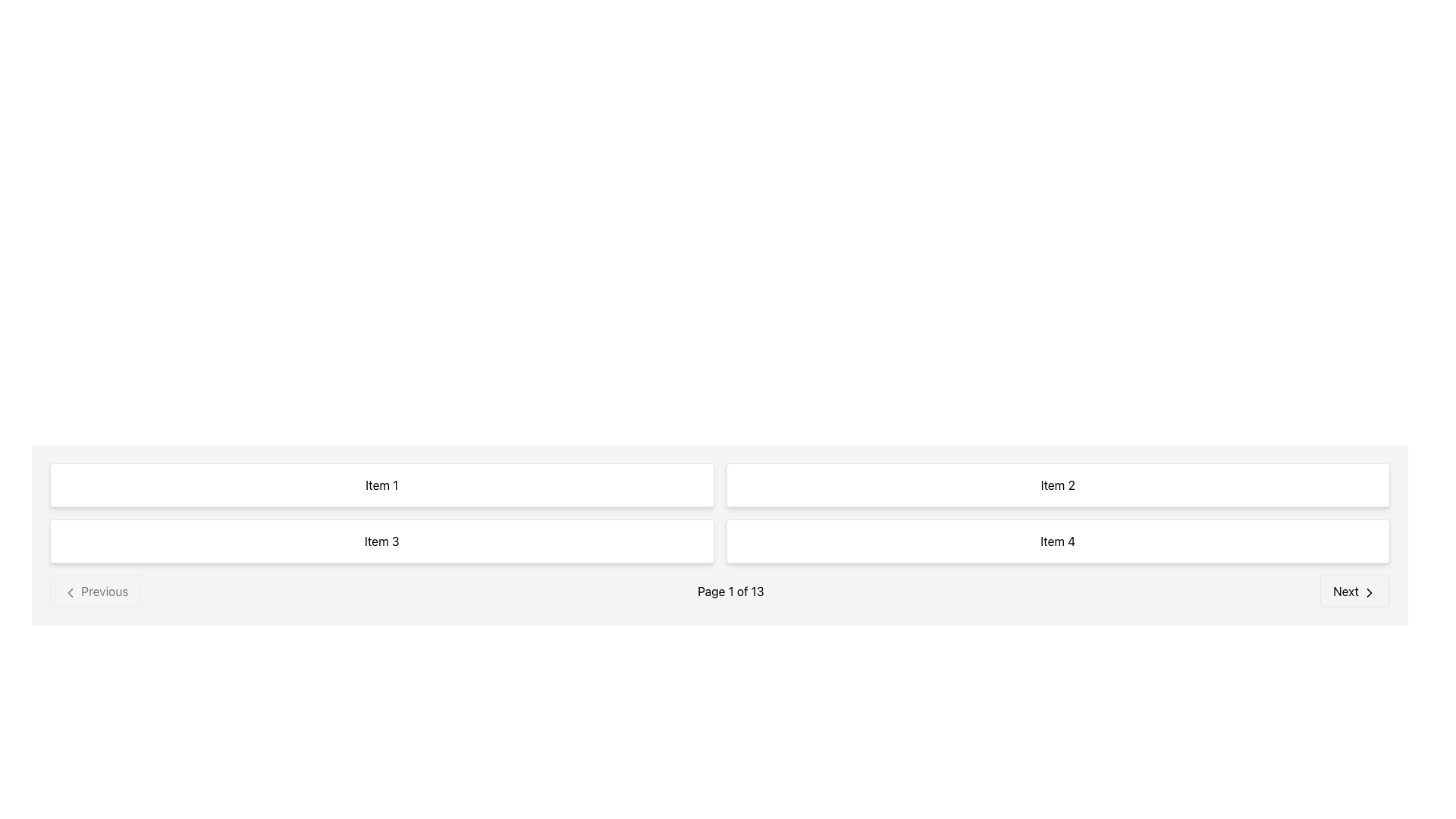 The height and width of the screenshot is (819, 1456). Describe the element at coordinates (1369, 591) in the screenshot. I see `the right-facing chevron icon located to the right of the 'Next' text within the 'Next' button to initiate navigation` at that location.